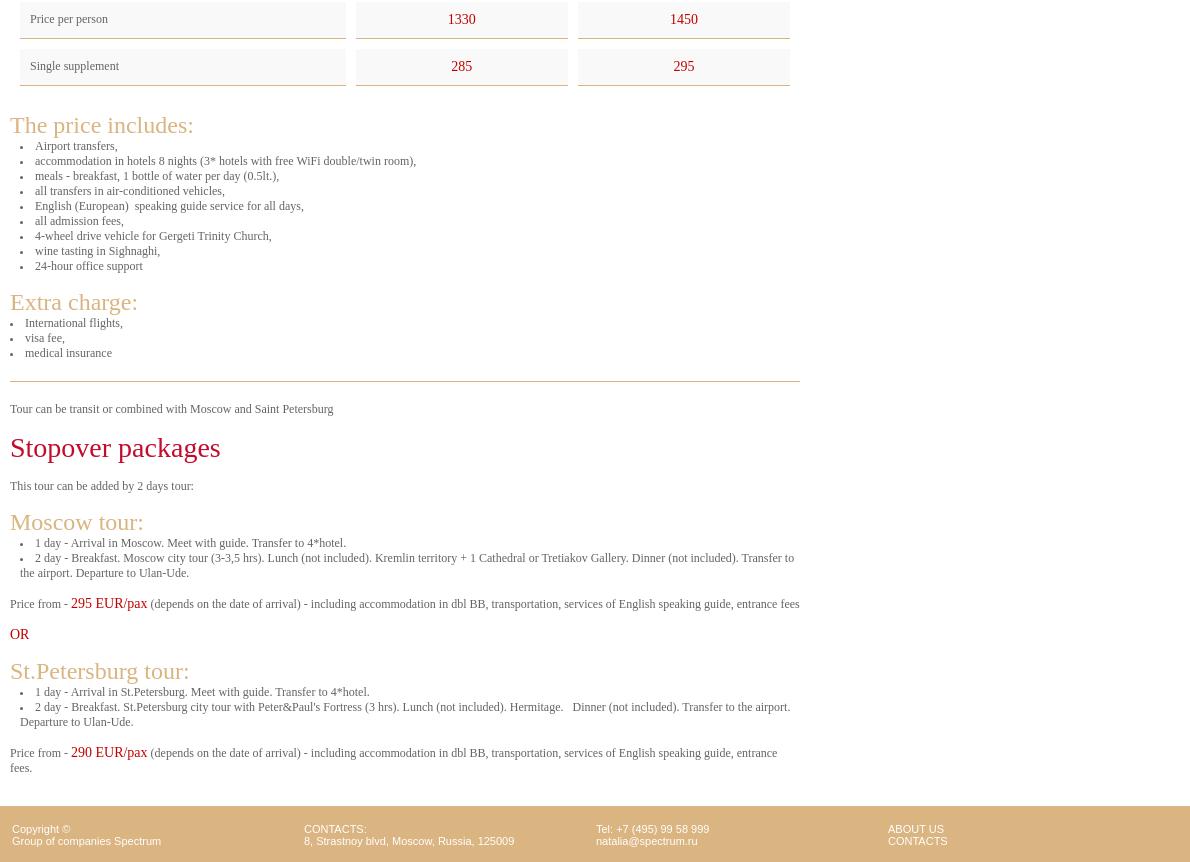 This screenshot has height=862, width=1190. What do you see at coordinates (393, 760) in the screenshot?
I see `'(depends on the date of arrival) - including accommodation in dbl BB, transportation, services of English speaking guide, entrance fees.'` at bounding box center [393, 760].